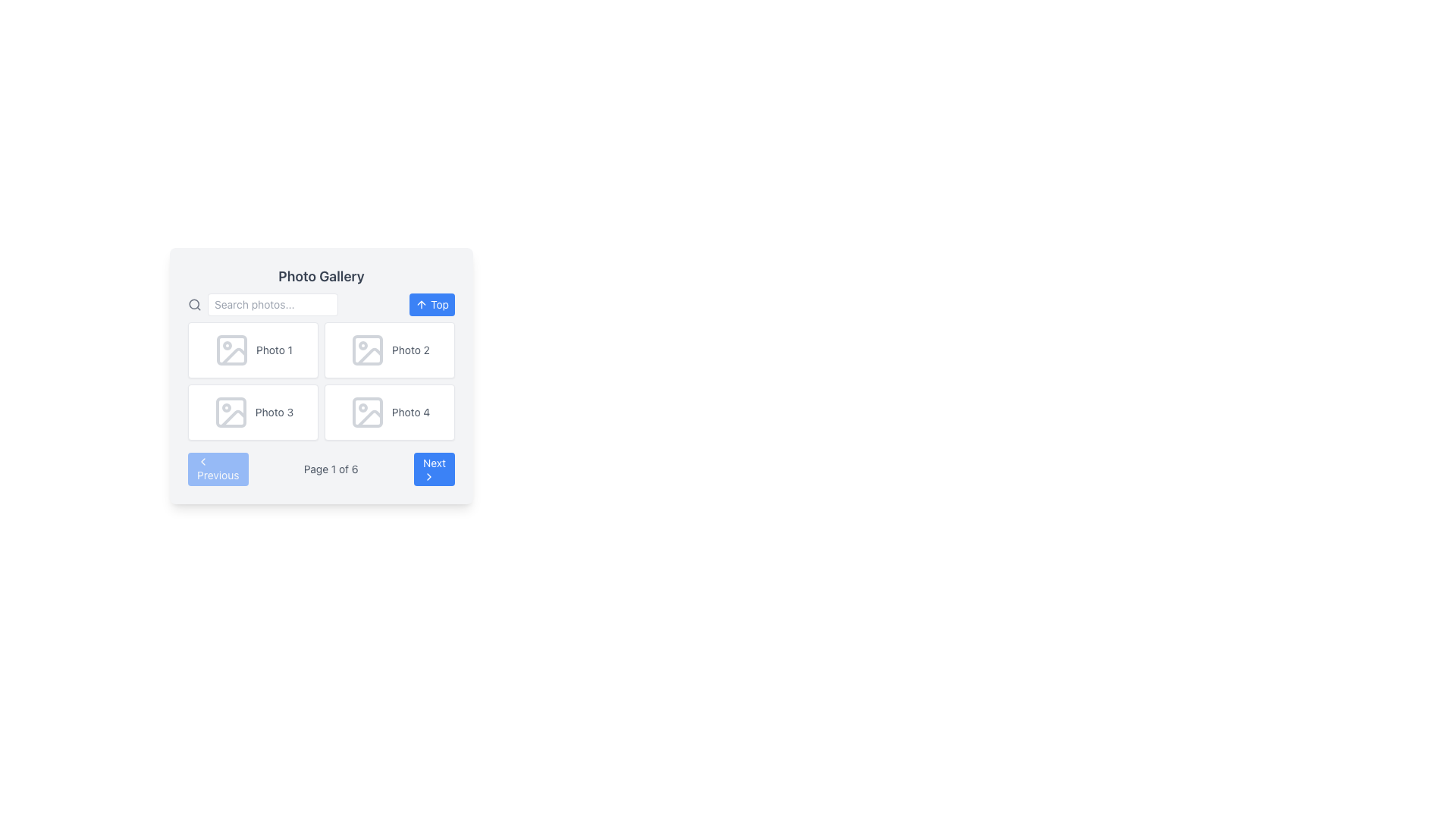  I want to click on the Selectable button for 'Photo 1' in the grid layout, so click(253, 350).